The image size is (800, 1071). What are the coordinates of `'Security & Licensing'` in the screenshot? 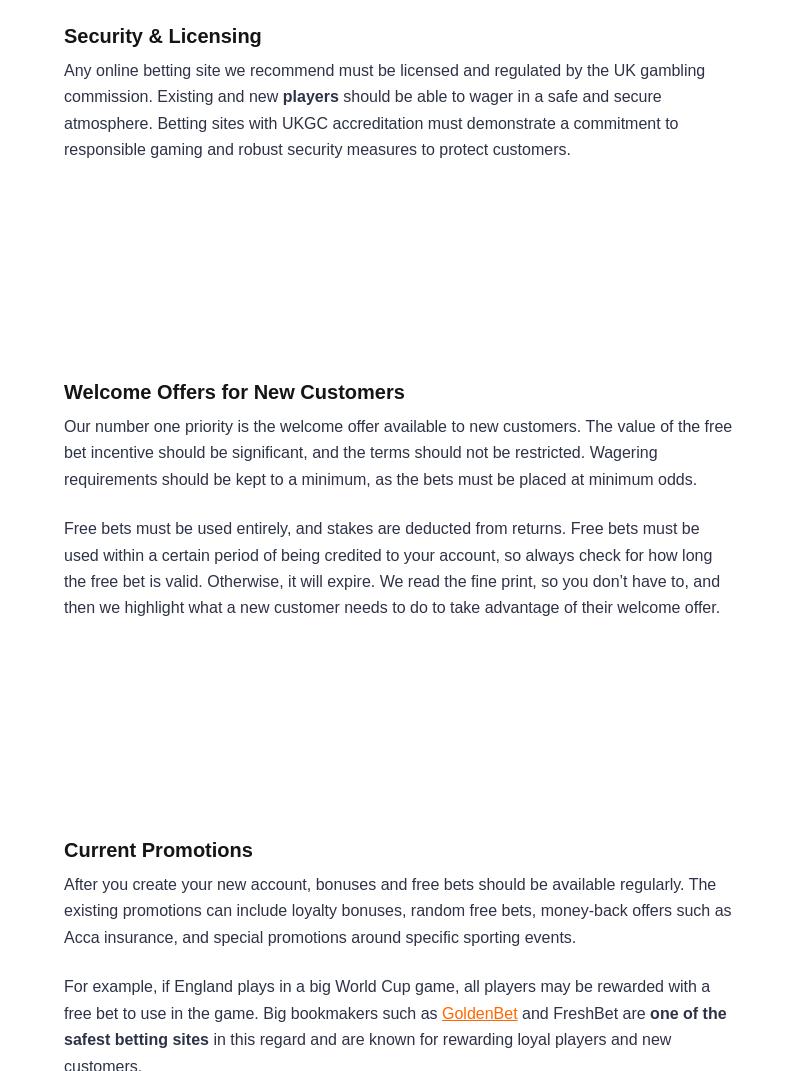 It's located at (63, 34).